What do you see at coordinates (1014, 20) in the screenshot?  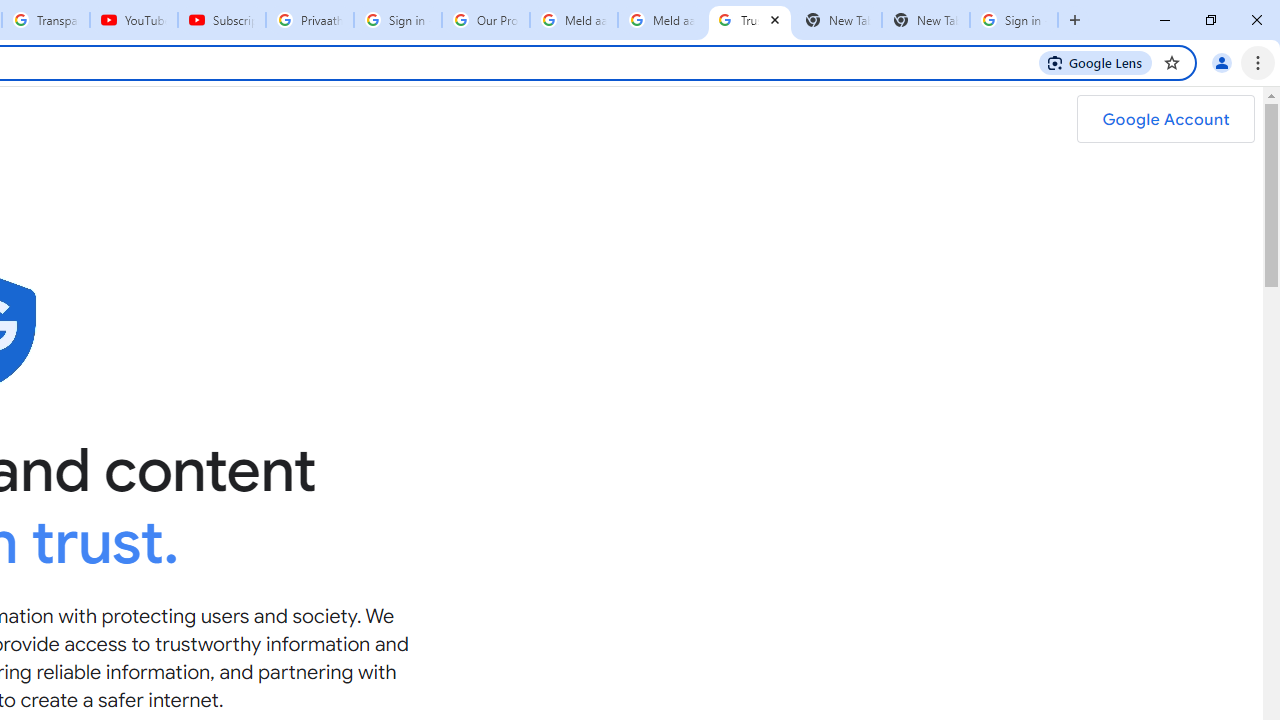 I see `'Sign in - Google Accounts'` at bounding box center [1014, 20].